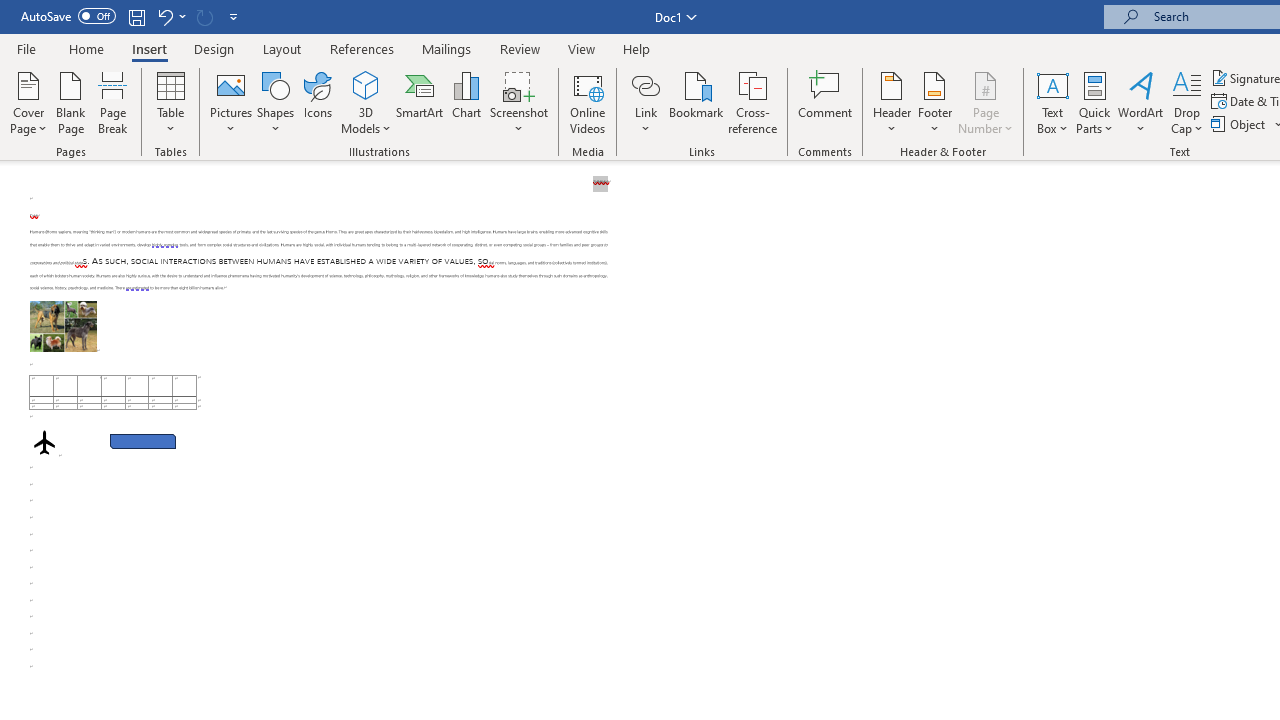 This screenshot has height=720, width=1280. Describe the element at coordinates (170, 103) in the screenshot. I see `'Table'` at that location.